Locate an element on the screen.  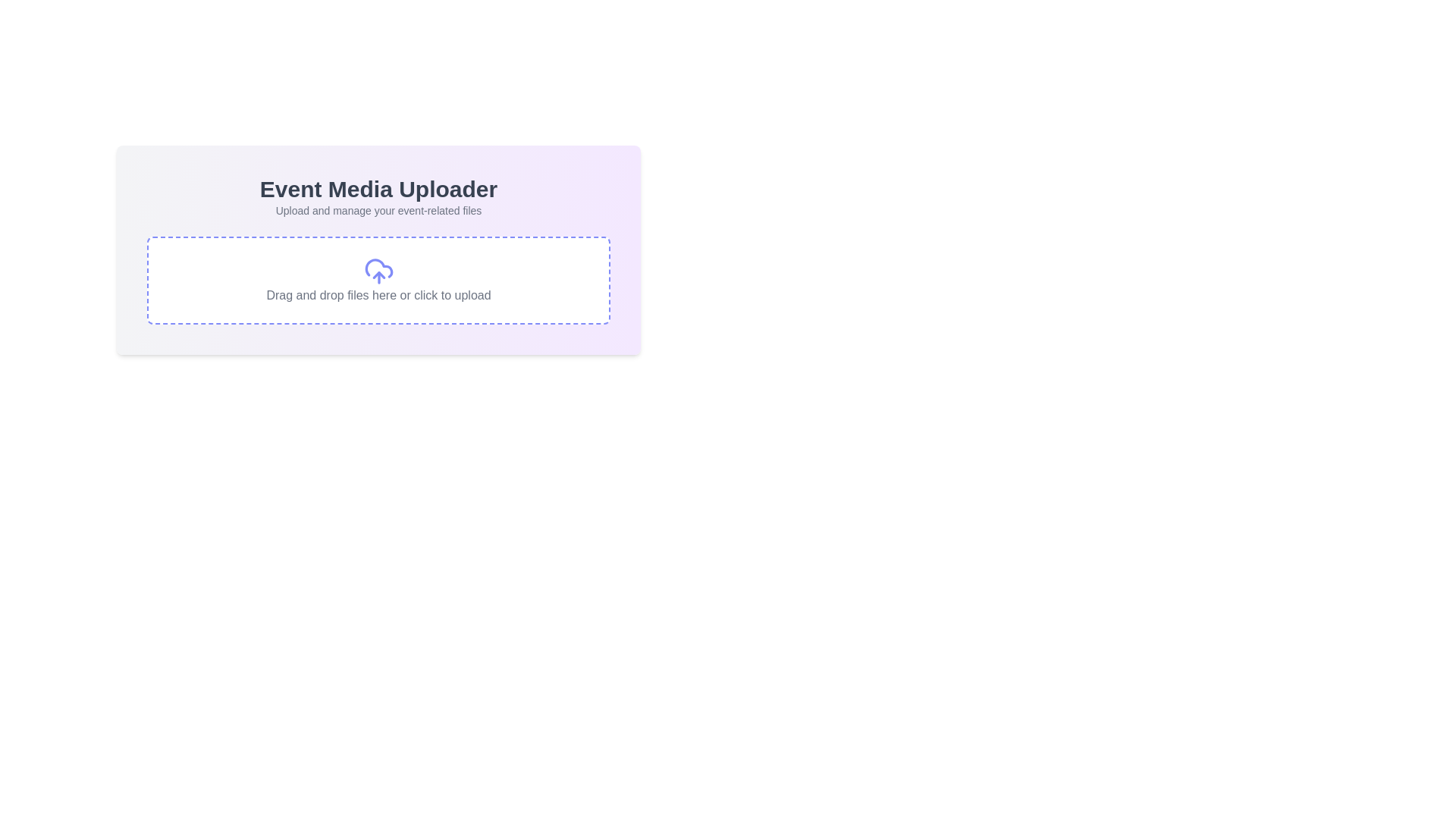
the file upload interface component located beneath the 'Event Media Uploader' section to observe any hover effects is located at coordinates (378, 281).